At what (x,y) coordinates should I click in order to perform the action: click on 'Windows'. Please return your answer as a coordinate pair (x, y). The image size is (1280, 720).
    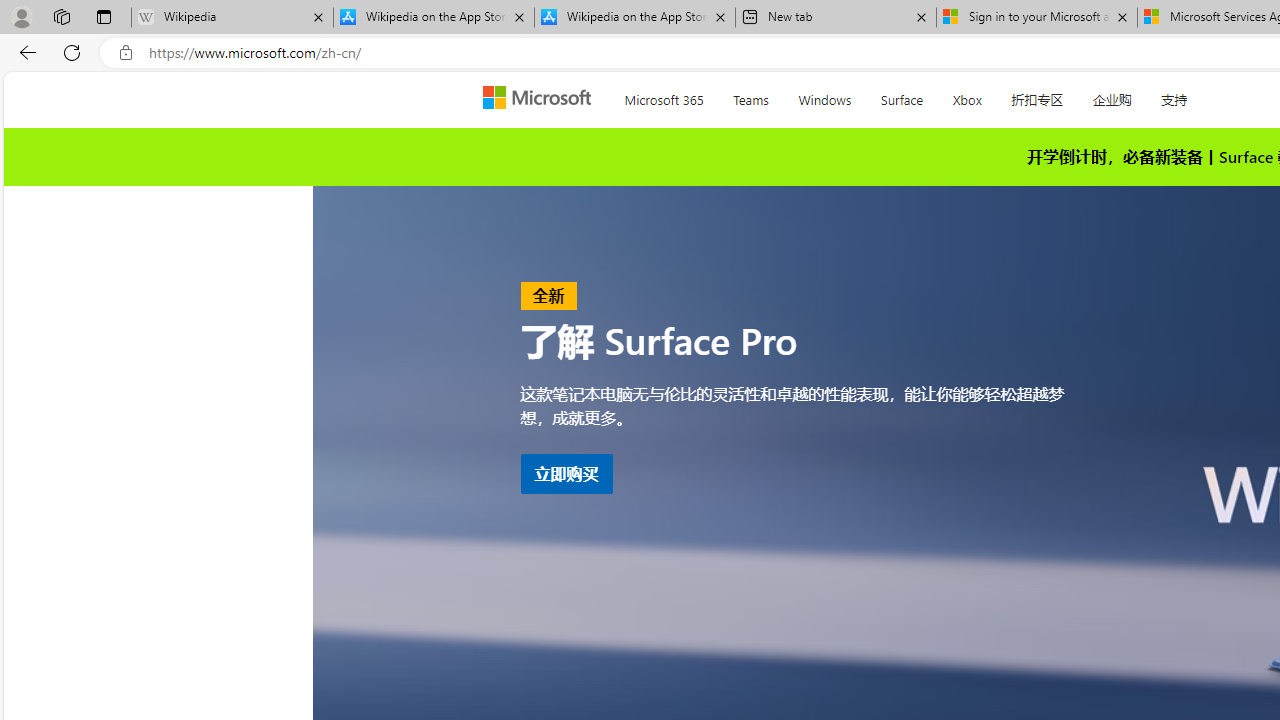
    Looking at the image, I should click on (824, 96).